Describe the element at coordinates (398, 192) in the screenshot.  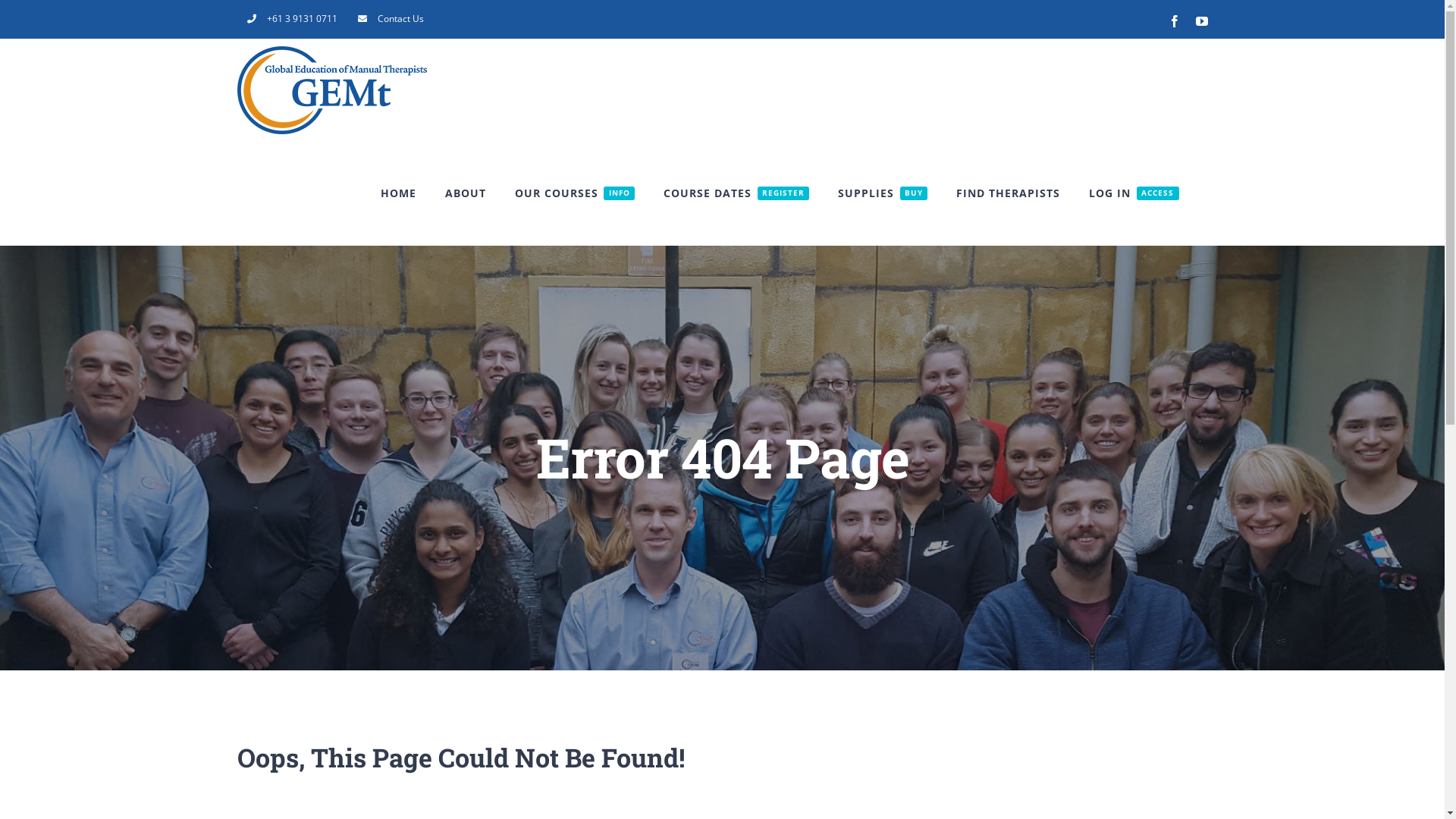
I see `'HOME'` at that location.